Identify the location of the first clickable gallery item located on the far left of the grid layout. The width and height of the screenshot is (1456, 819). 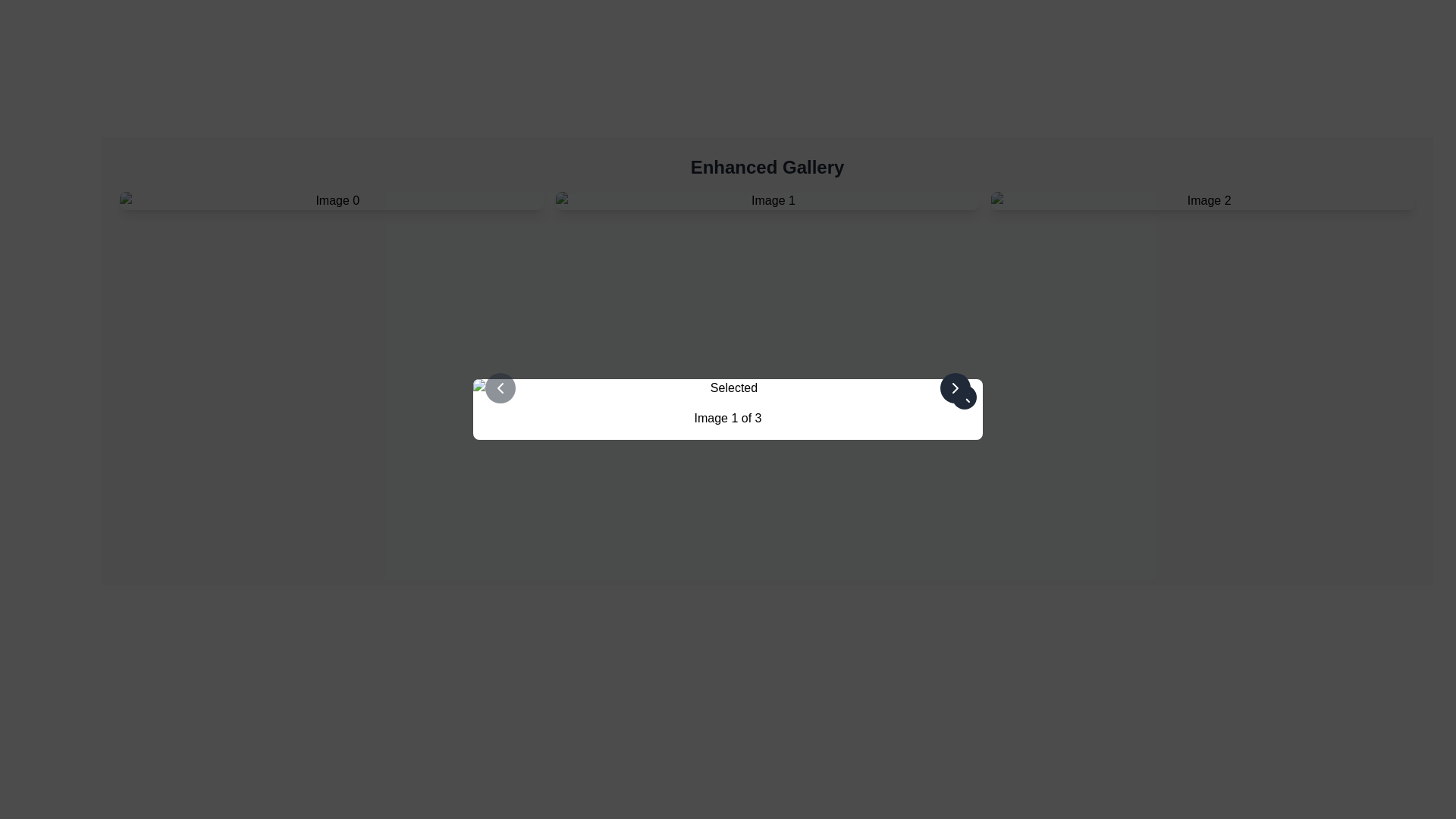
(331, 200).